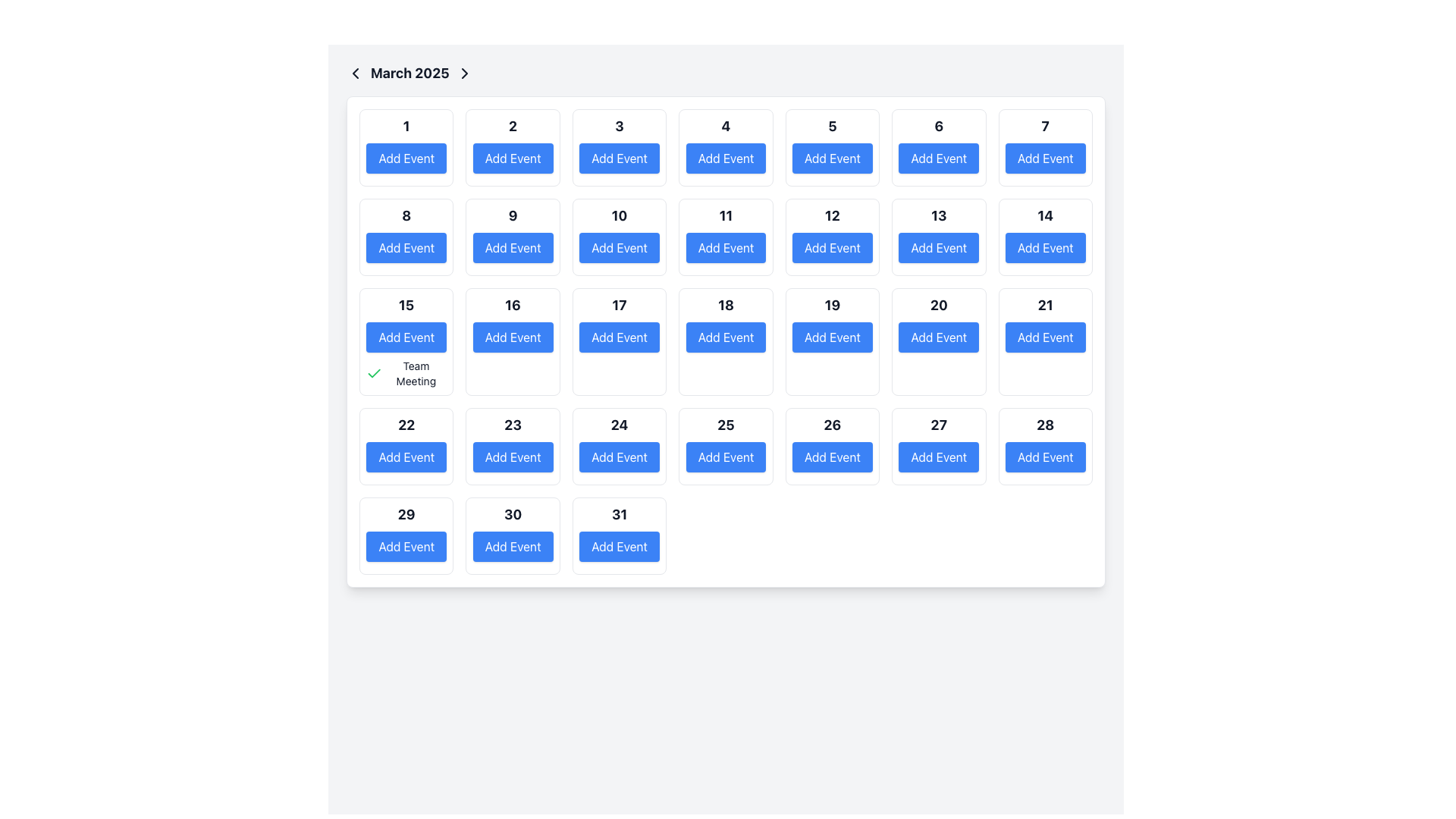  What do you see at coordinates (1044, 425) in the screenshot?
I see `the static text label indicating the 28th day of the month in the calendar, which is located in the last column of the fourth row, above the 'Add Event' button` at bounding box center [1044, 425].